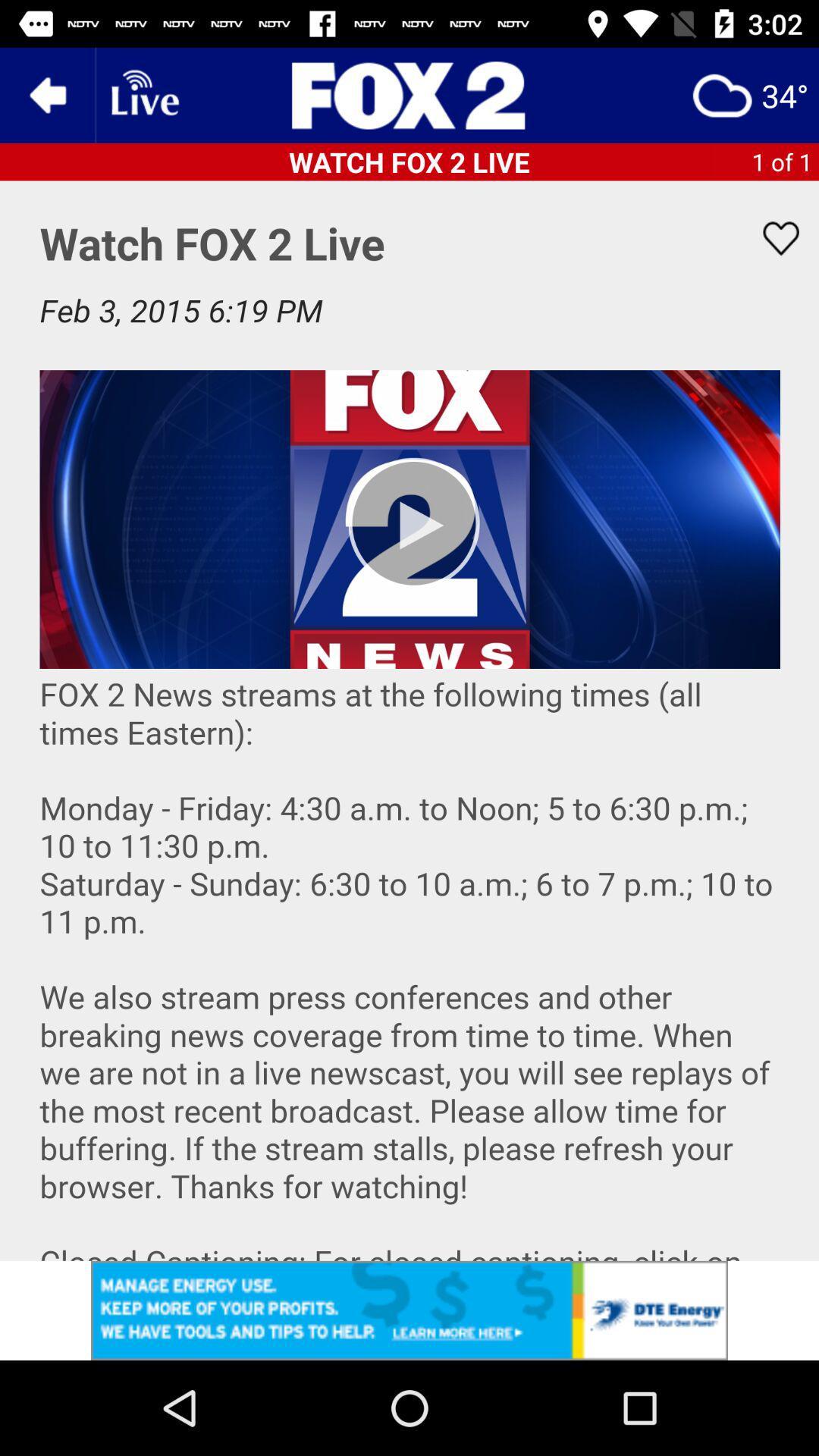 This screenshot has height=1456, width=819. Describe the element at coordinates (409, 1310) in the screenshot. I see `open advertisement` at that location.